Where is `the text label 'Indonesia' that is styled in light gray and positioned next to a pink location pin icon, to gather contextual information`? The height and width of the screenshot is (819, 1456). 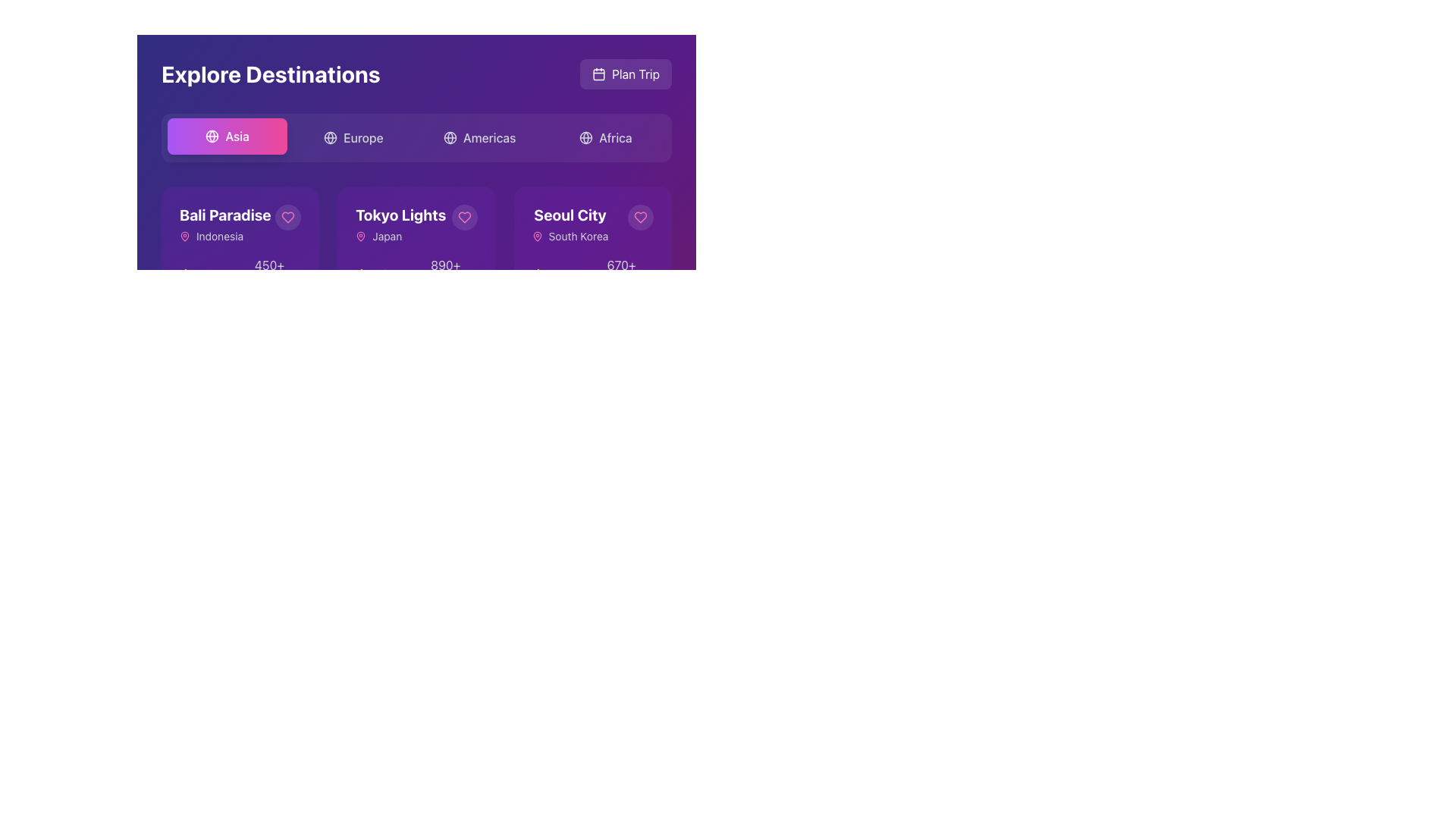
the text label 'Indonesia' that is styled in light gray and positioned next to a pink location pin icon, to gather contextual information is located at coordinates (224, 237).